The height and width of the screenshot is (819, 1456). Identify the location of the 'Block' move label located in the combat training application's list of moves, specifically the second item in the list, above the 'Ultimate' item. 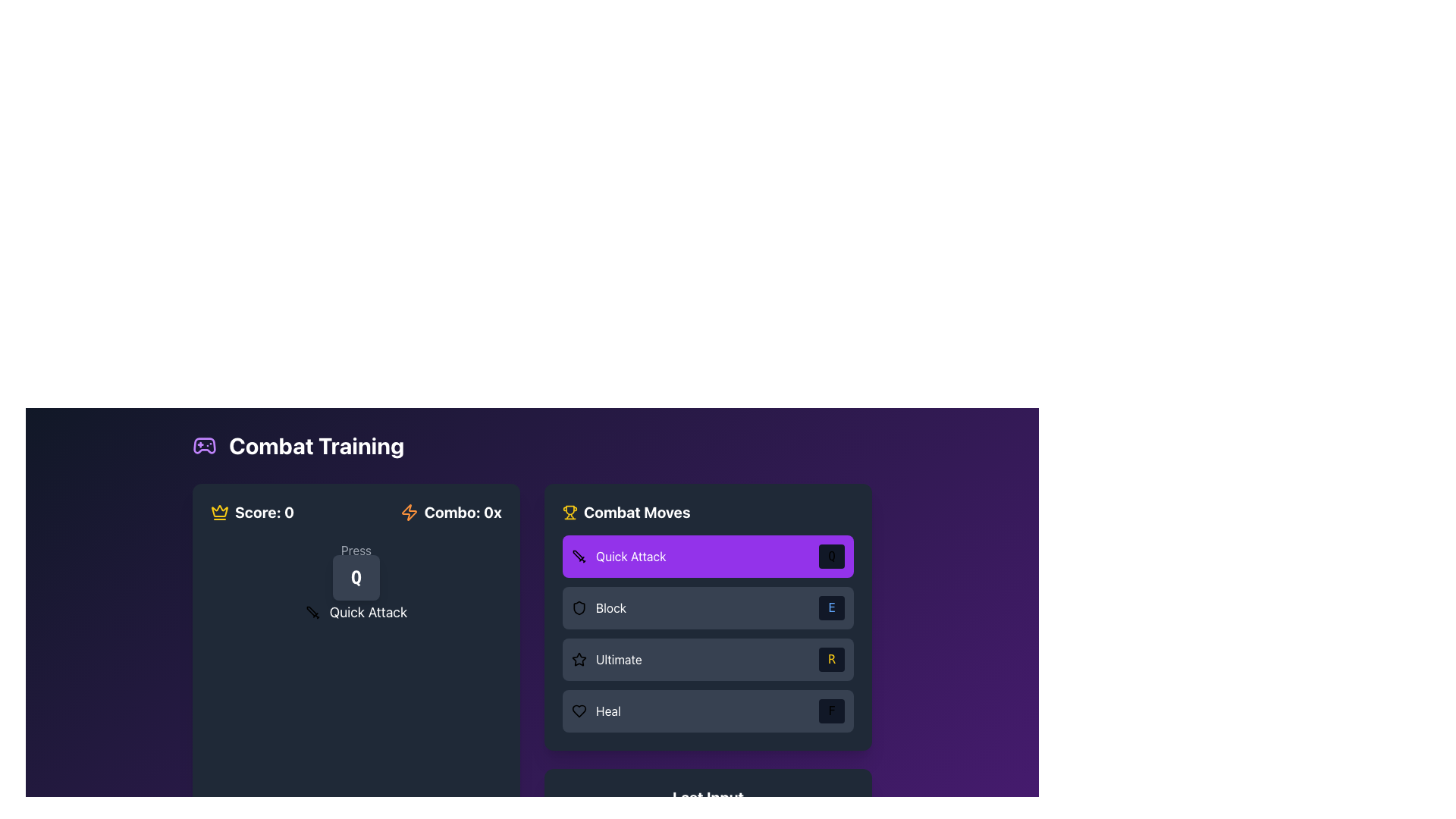
(598, 607).